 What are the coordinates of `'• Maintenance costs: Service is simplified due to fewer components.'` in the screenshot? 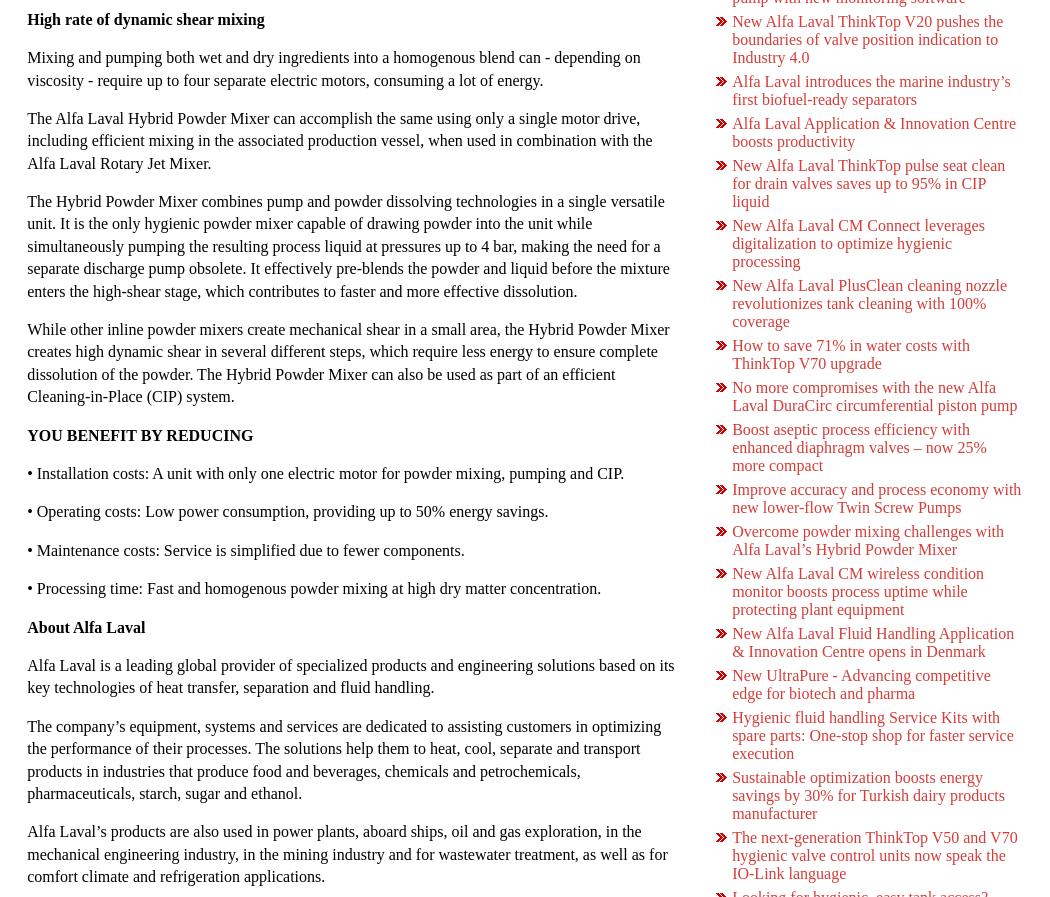 It's located at (245, 549).